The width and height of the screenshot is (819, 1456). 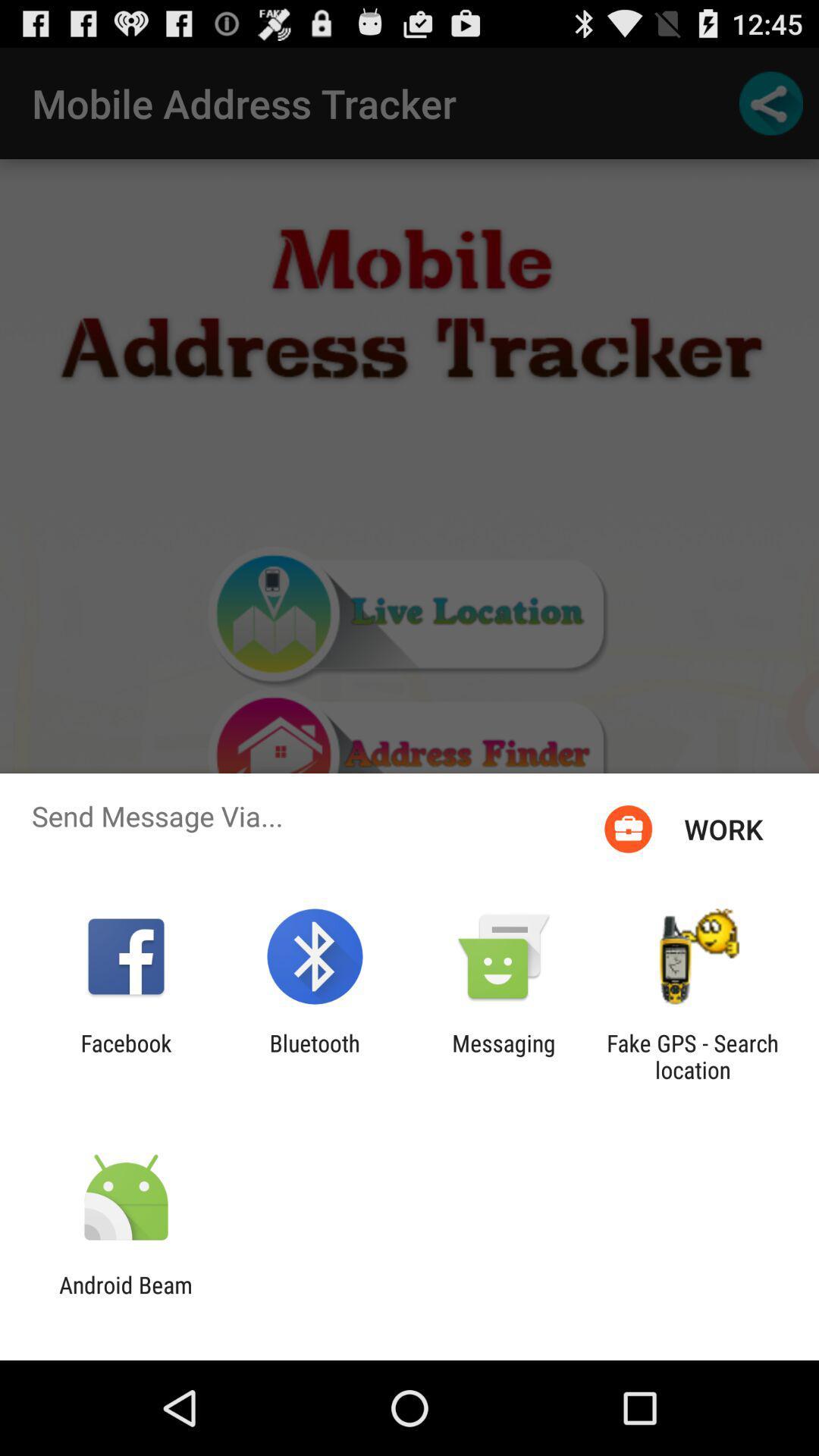 I want to click on the fake gps search, so click(x=692, y=1056).